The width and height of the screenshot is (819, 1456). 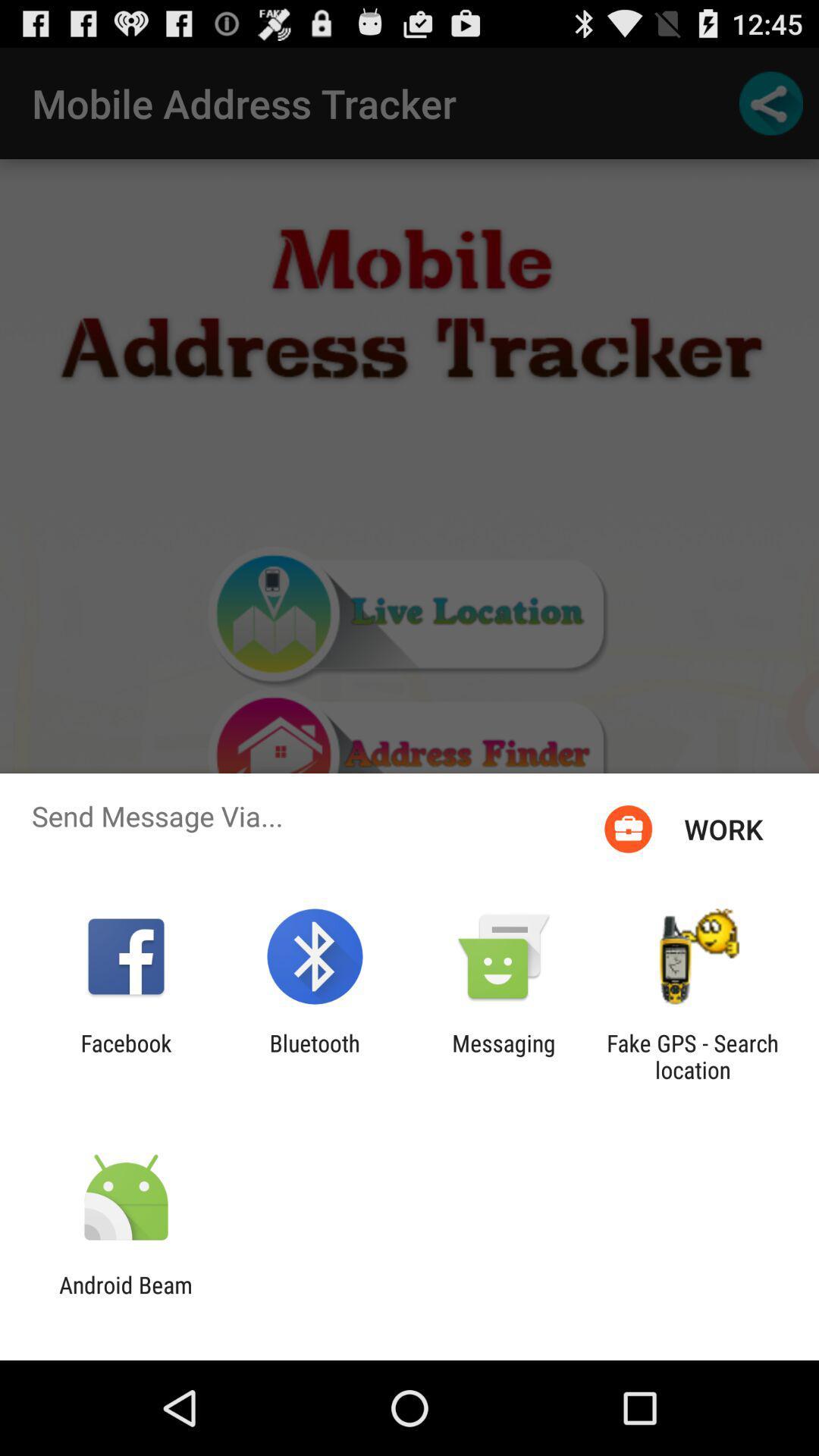 I want to click on the fake gps search, so click(x=692, y=1056).